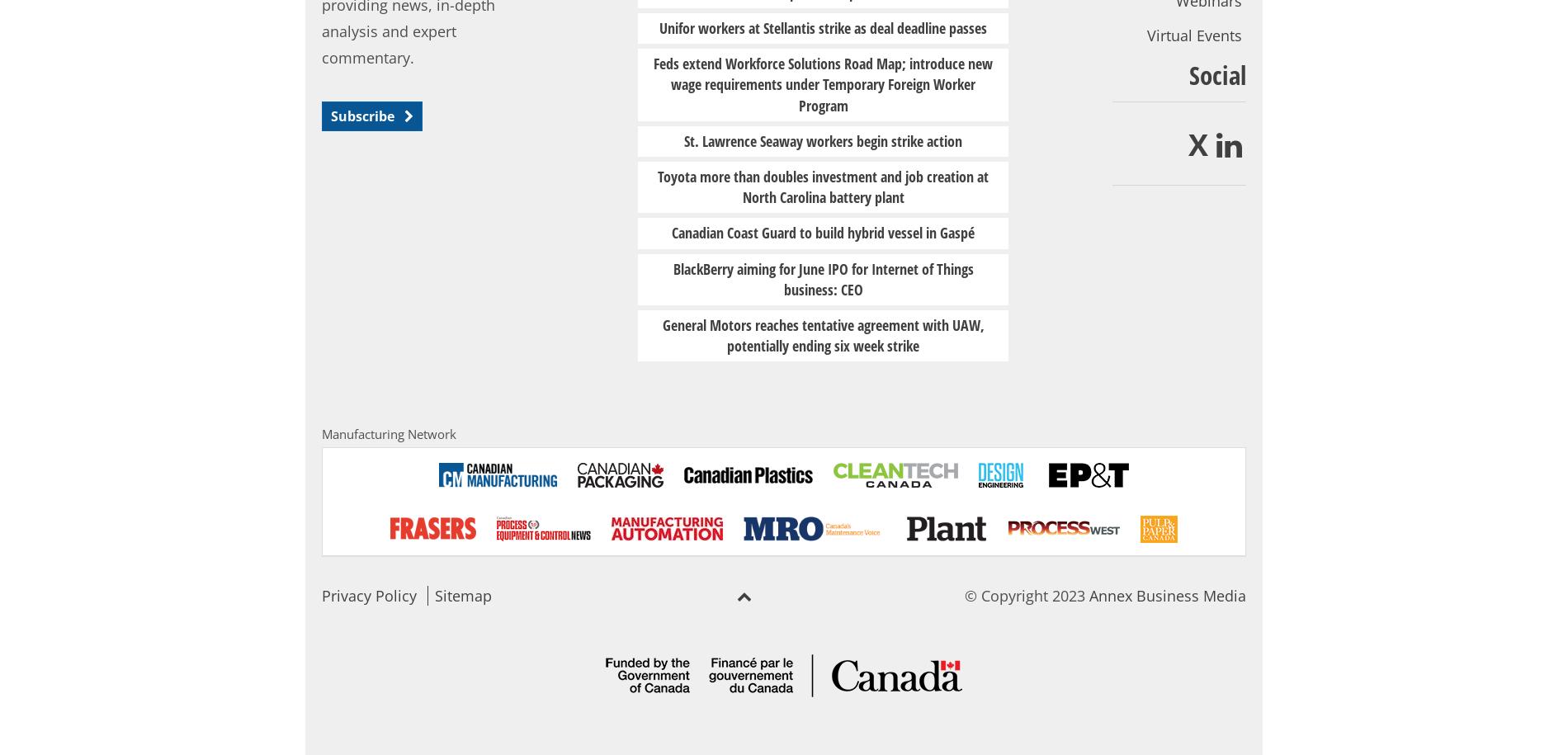  I want to click on 'Social', so click(1216, 73).